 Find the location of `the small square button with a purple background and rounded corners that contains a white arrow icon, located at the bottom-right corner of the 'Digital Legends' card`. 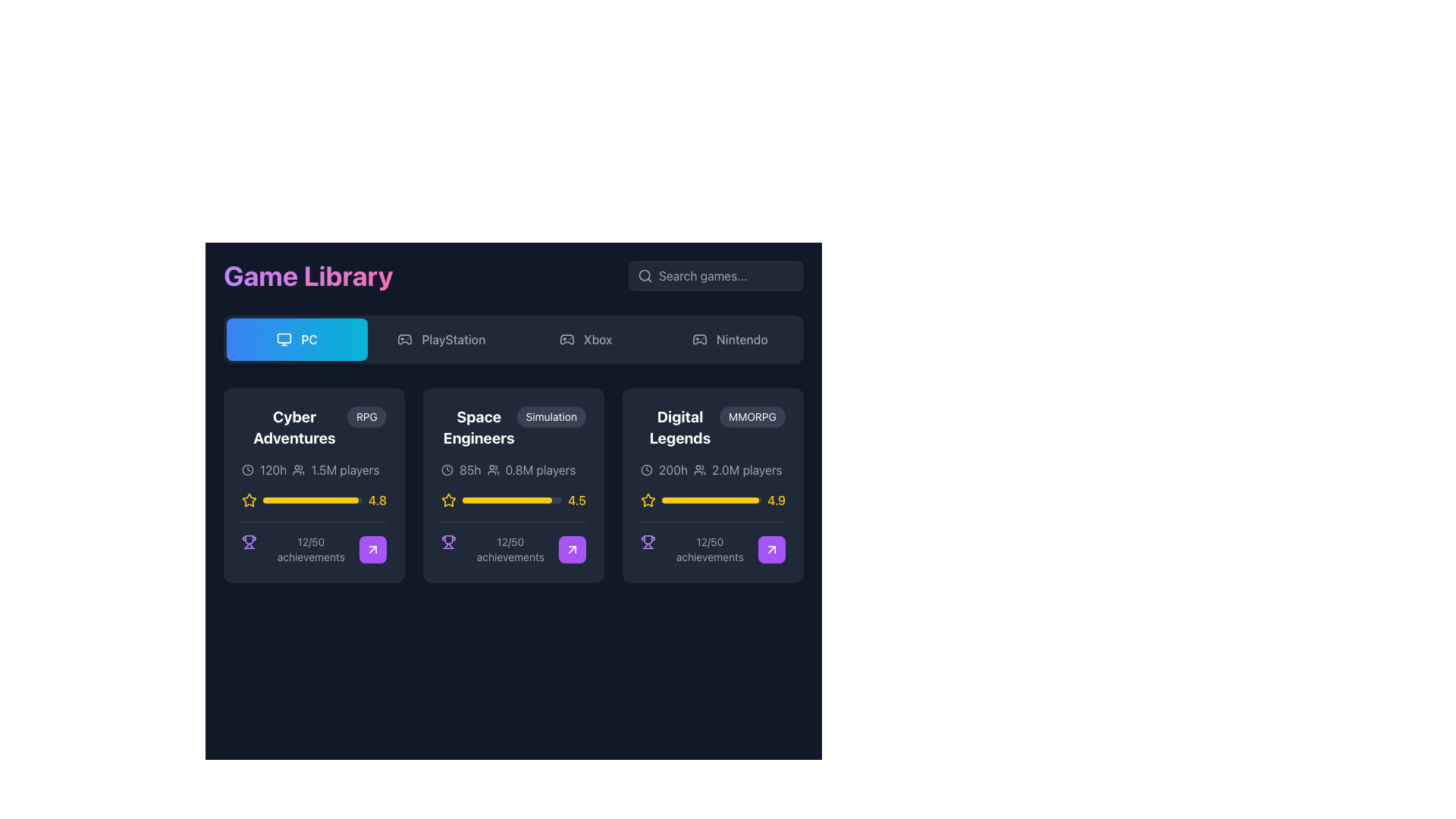

the small square button with a purple background and rounded corners that contains a white arrow icon, located at the bottom-right corner of the 'Digital Legends' card is located at coordinates (571, 550).